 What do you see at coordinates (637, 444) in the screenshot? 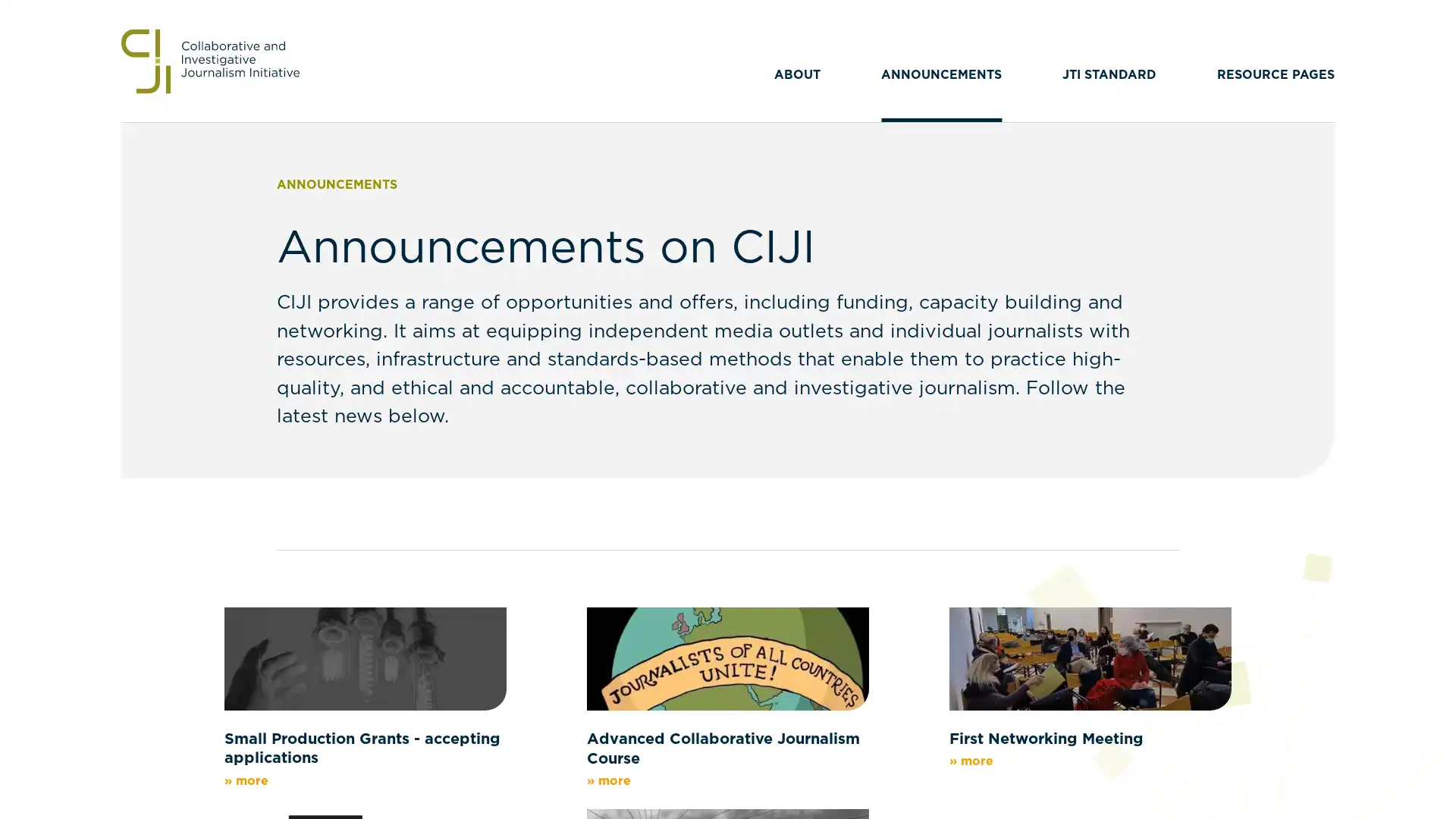
I see `more` at bounding box center [637, 444].